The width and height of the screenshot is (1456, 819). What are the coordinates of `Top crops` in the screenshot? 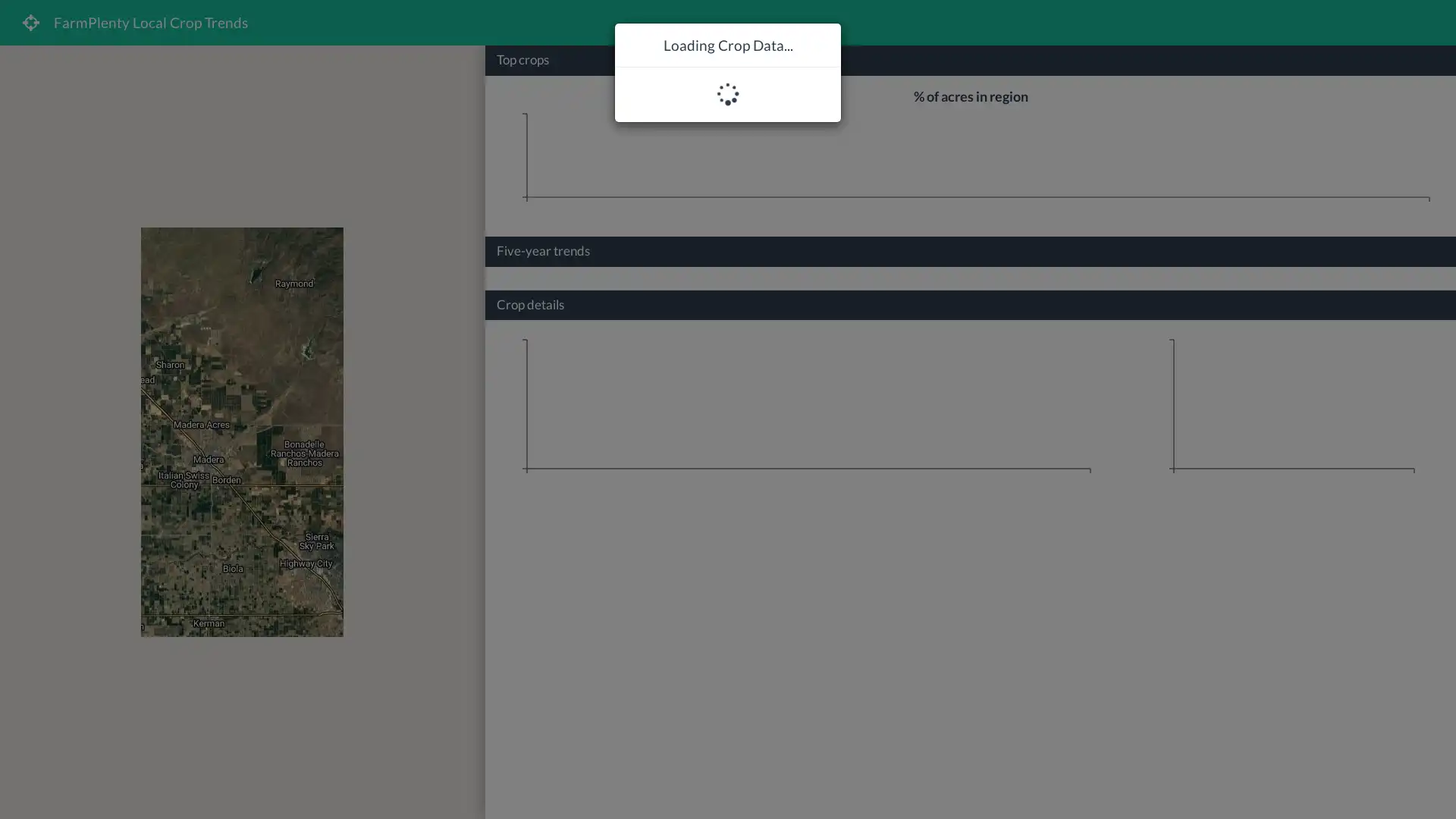 It's located at (522, 58).